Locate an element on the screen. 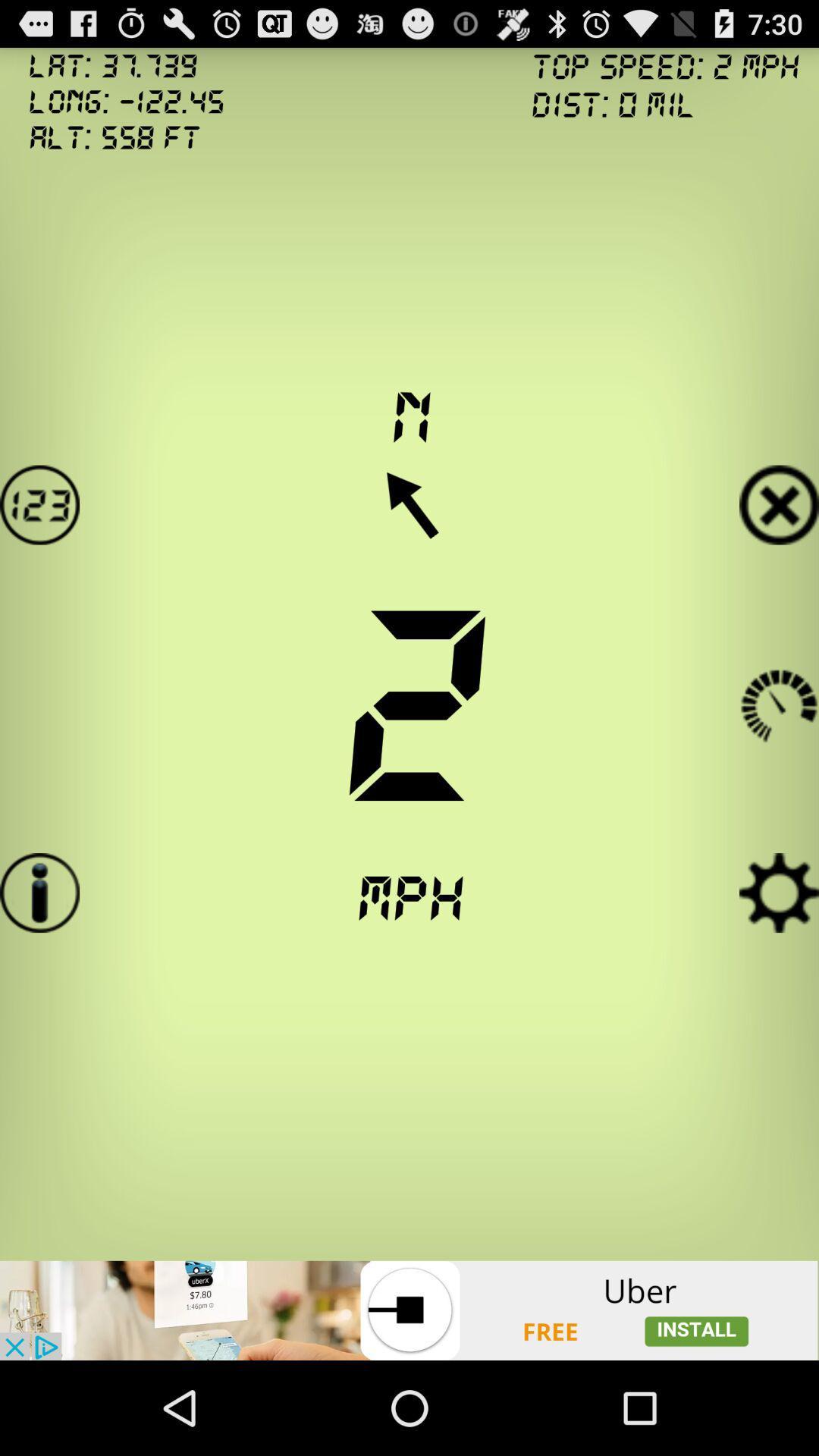  advertise an app is located at coordinates (409, 1310).